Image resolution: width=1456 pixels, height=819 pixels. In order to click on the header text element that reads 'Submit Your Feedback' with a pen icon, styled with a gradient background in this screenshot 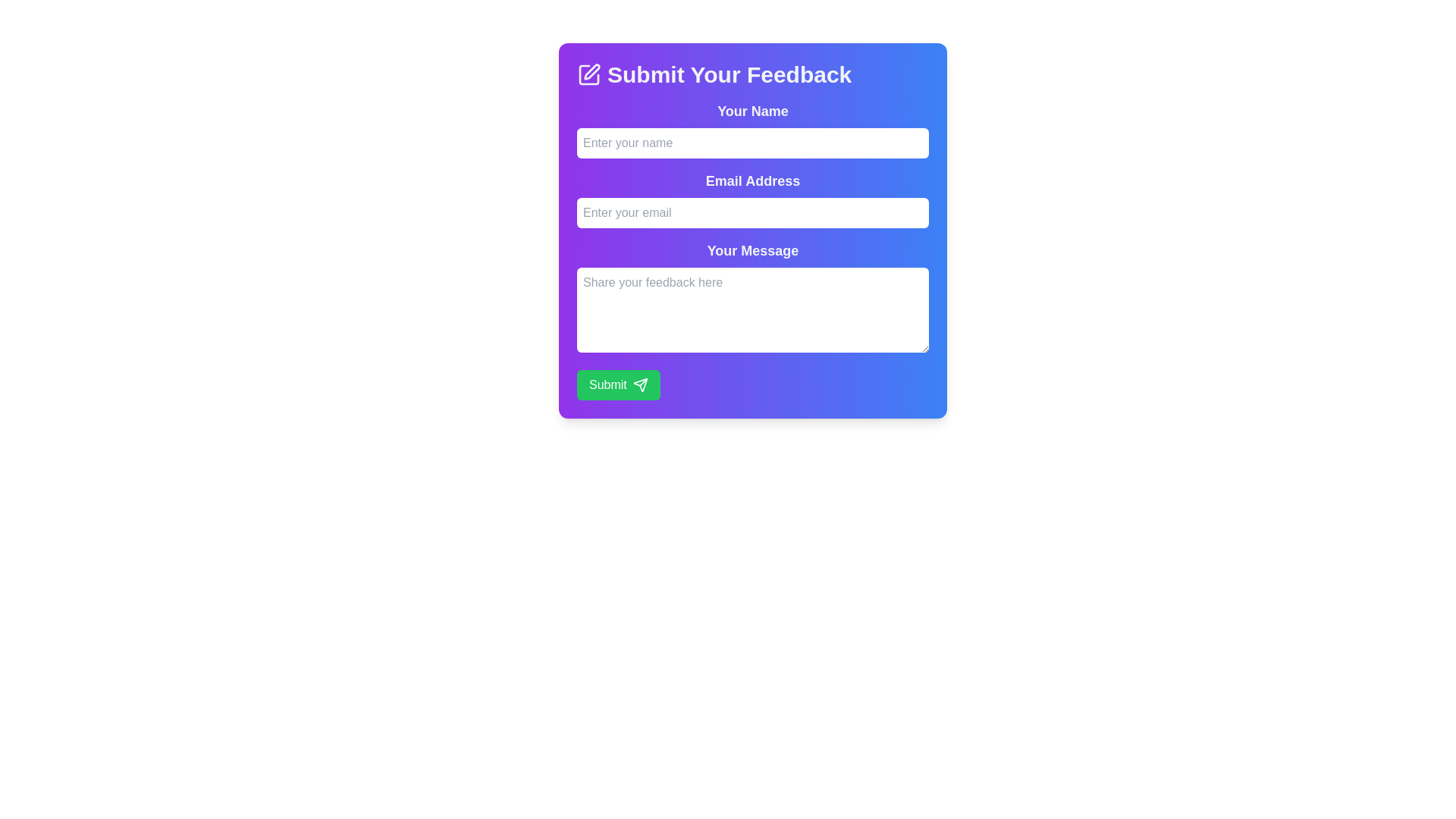, I will do `click(753, 75)`.